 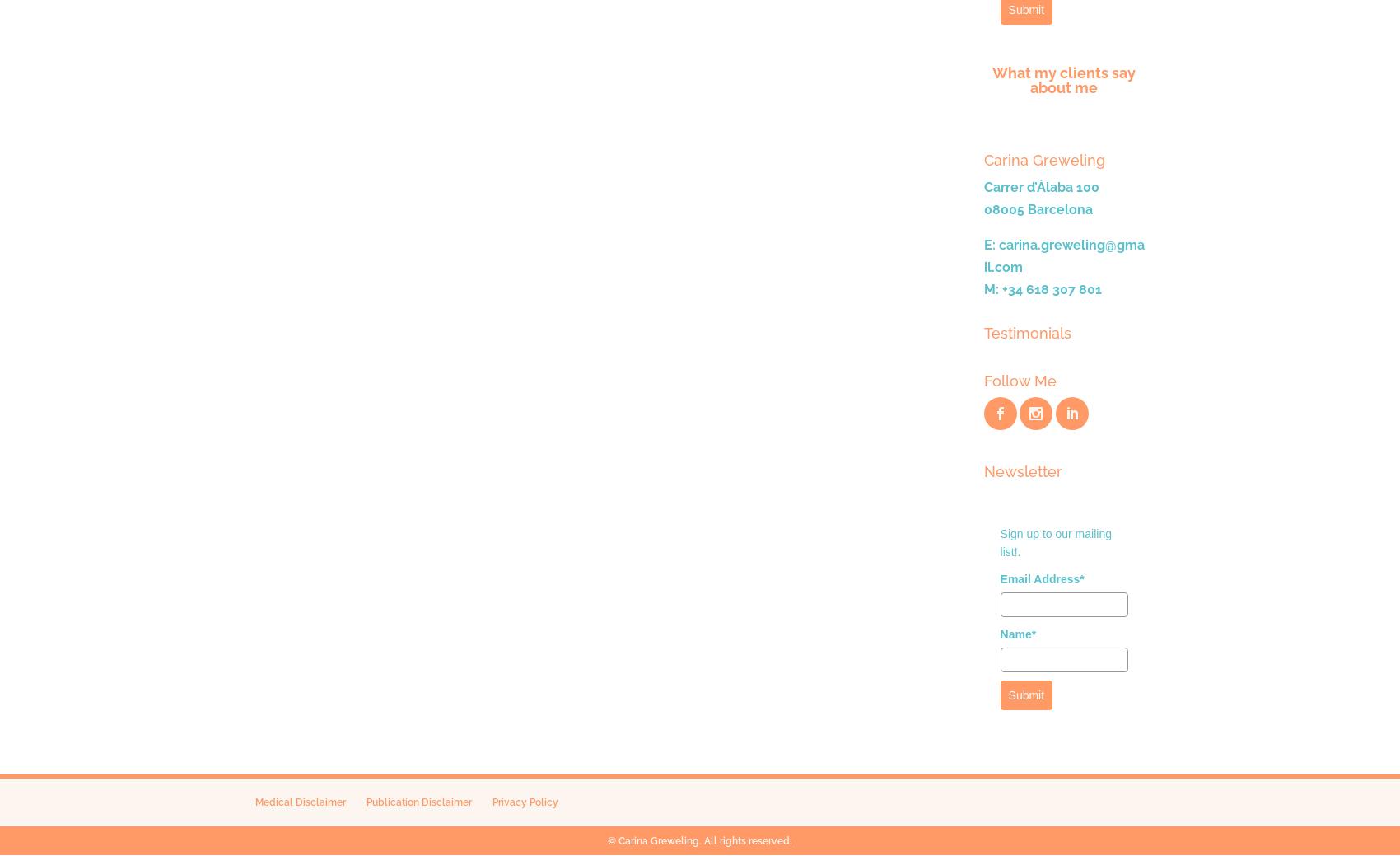 I want to click on 'Testimonials', so click(x=982, y=331).